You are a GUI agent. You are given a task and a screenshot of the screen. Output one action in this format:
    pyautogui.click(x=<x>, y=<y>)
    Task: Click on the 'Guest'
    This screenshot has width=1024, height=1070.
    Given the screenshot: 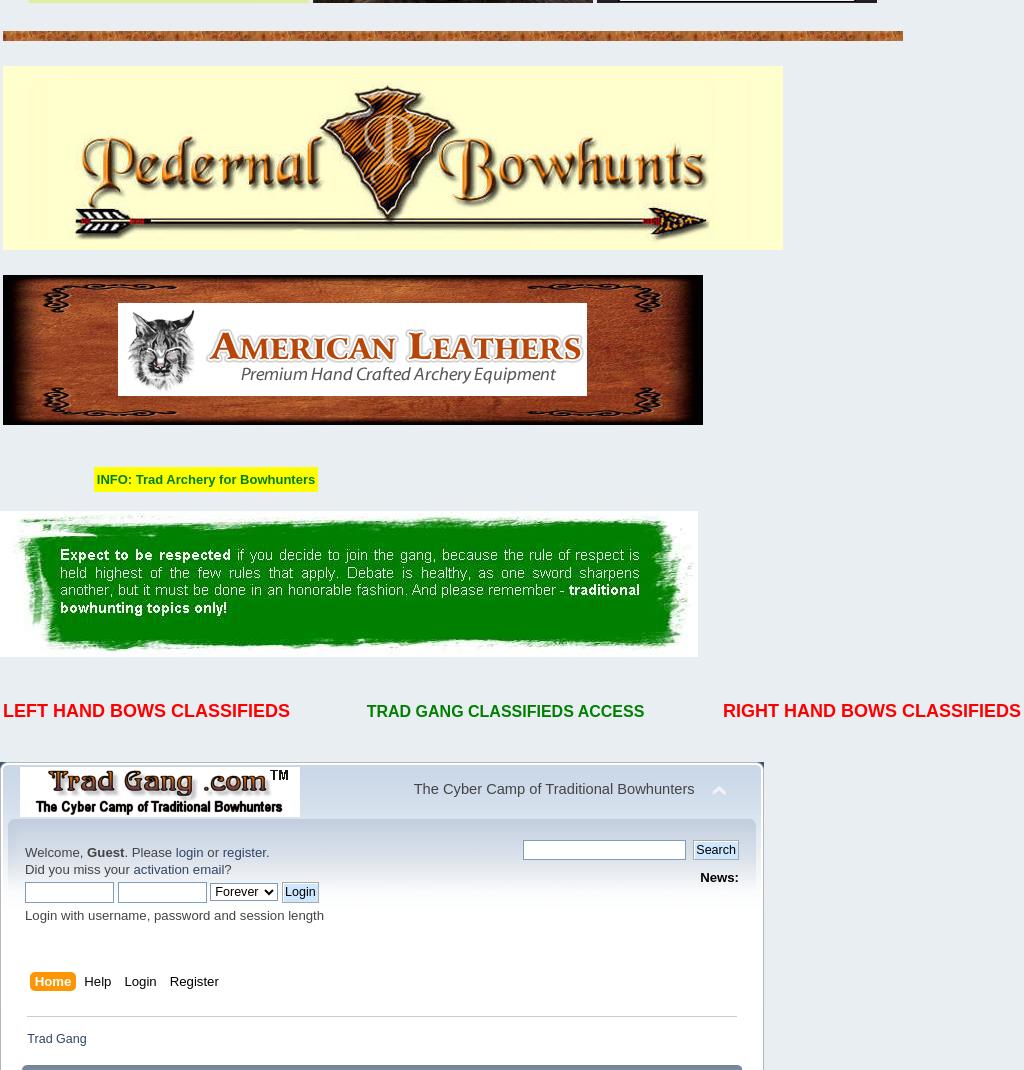 What is the action you would take?
    pyautogui.click(x=105, y=852)
    